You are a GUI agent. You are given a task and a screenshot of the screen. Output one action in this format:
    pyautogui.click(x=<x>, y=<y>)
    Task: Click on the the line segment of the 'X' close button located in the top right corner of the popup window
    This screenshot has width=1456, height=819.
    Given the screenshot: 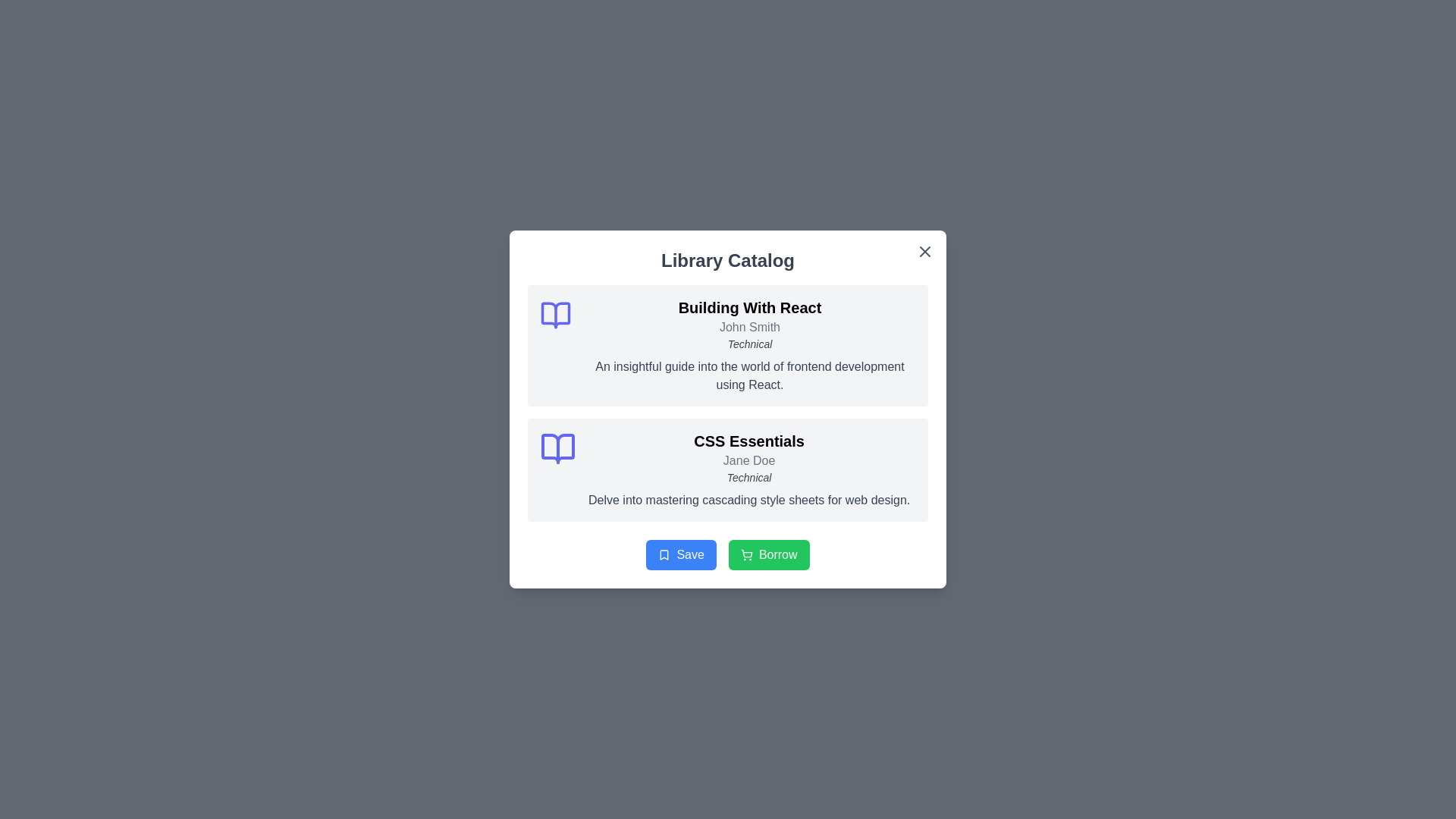 What is the action you would take?
    pyautogui.click(x=924, y=250)
    